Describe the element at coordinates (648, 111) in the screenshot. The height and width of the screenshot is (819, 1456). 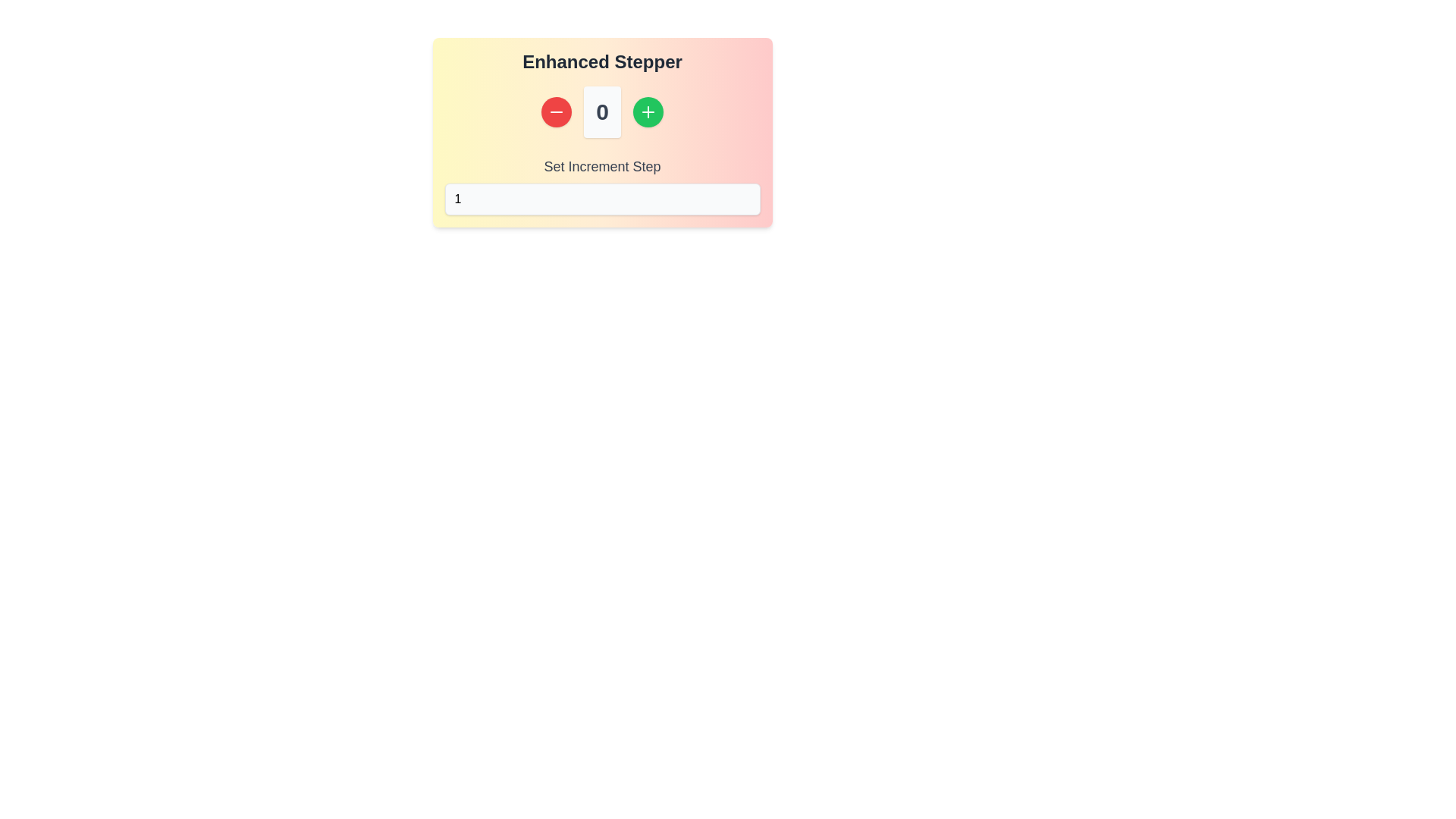
I see `the green circular button with a white '+' icon located on the center-right side of the control panel interface` at that location.